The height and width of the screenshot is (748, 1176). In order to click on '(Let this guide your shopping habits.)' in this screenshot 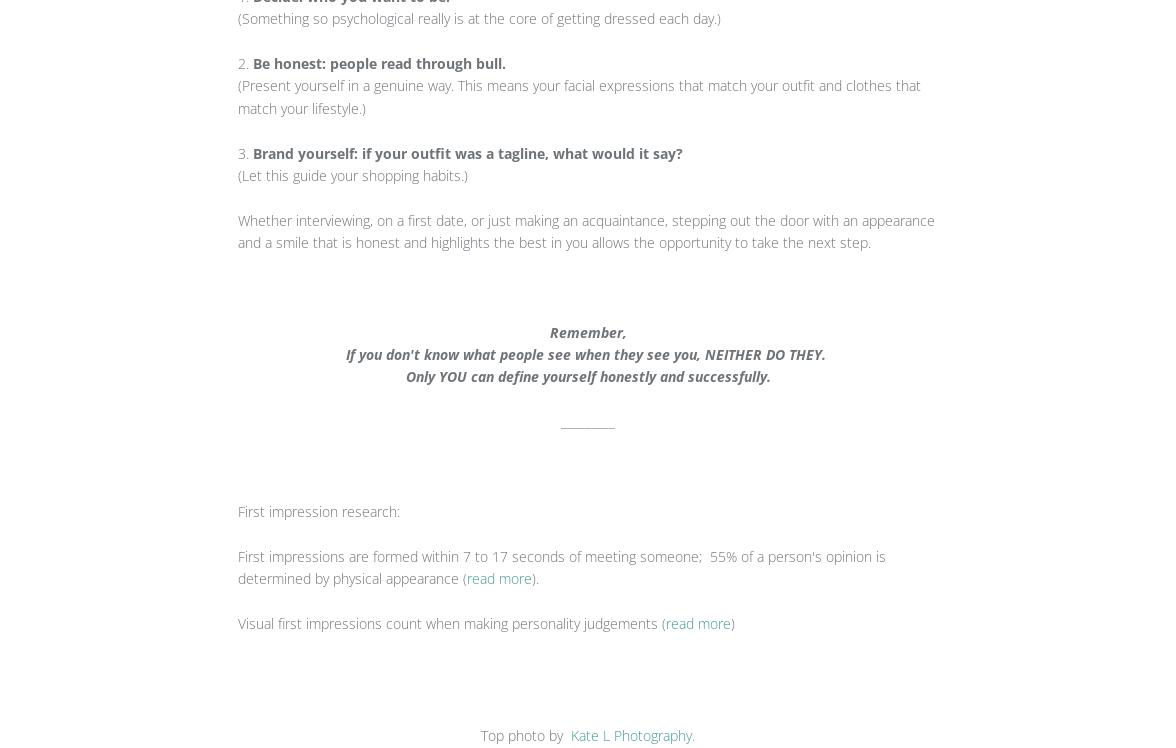, I will do `click(352, 173)`.